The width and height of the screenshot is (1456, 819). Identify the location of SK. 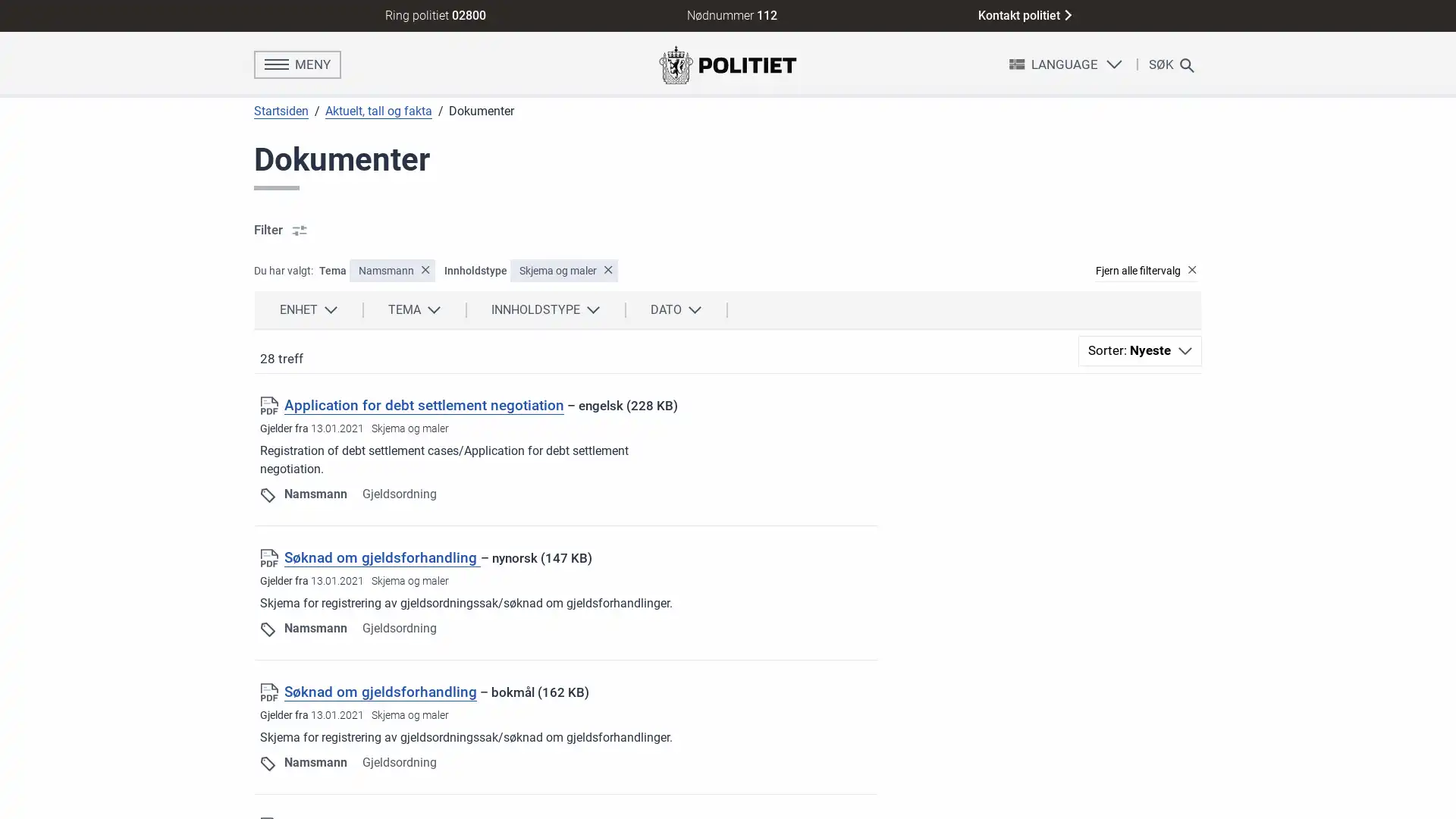
(1167, 63).